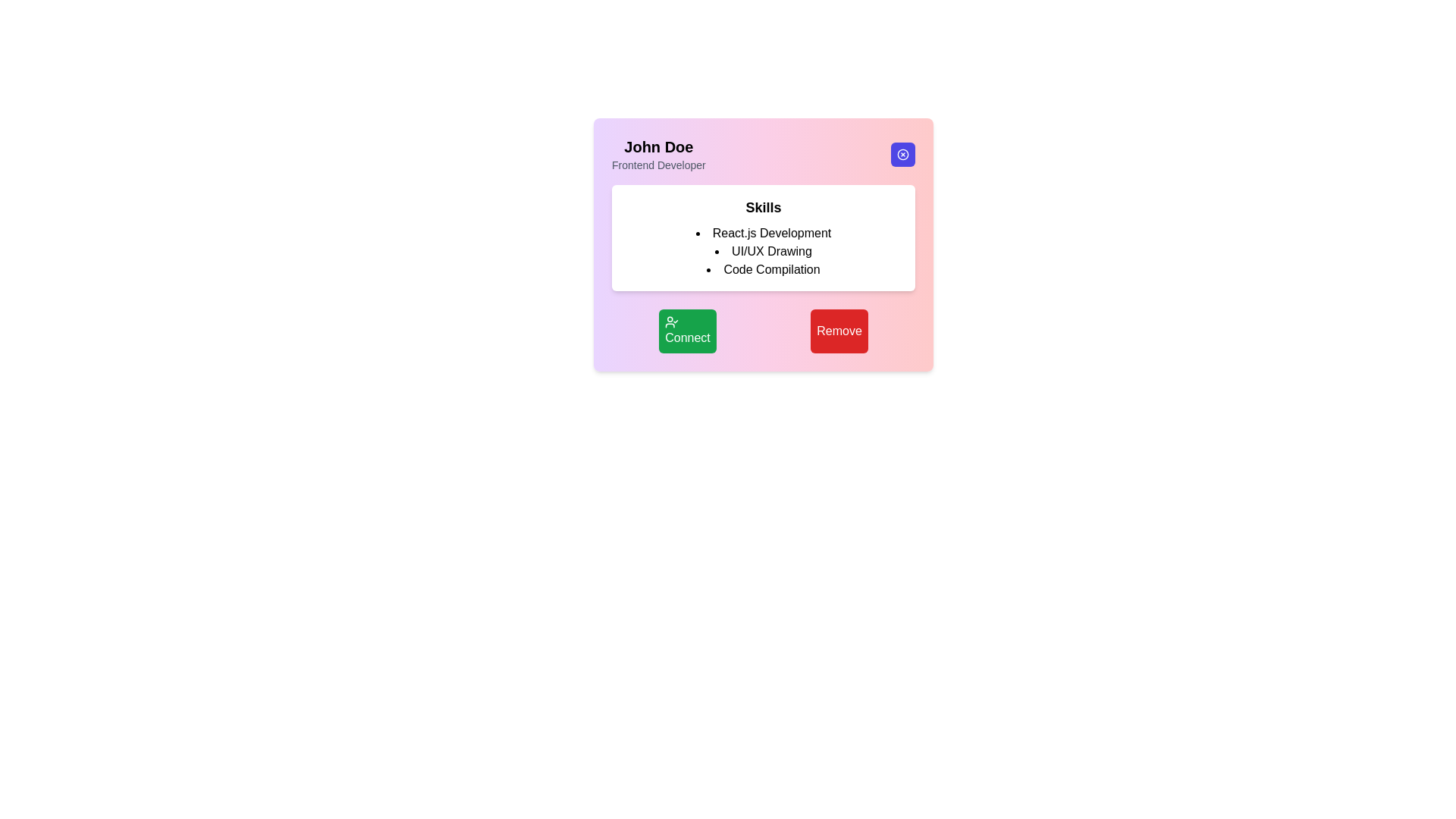 Image resolution: width=1456 pixels, height=819 pixels. I want to click on the red button with rounded corners labeled 'Remove', so click(839, 330).